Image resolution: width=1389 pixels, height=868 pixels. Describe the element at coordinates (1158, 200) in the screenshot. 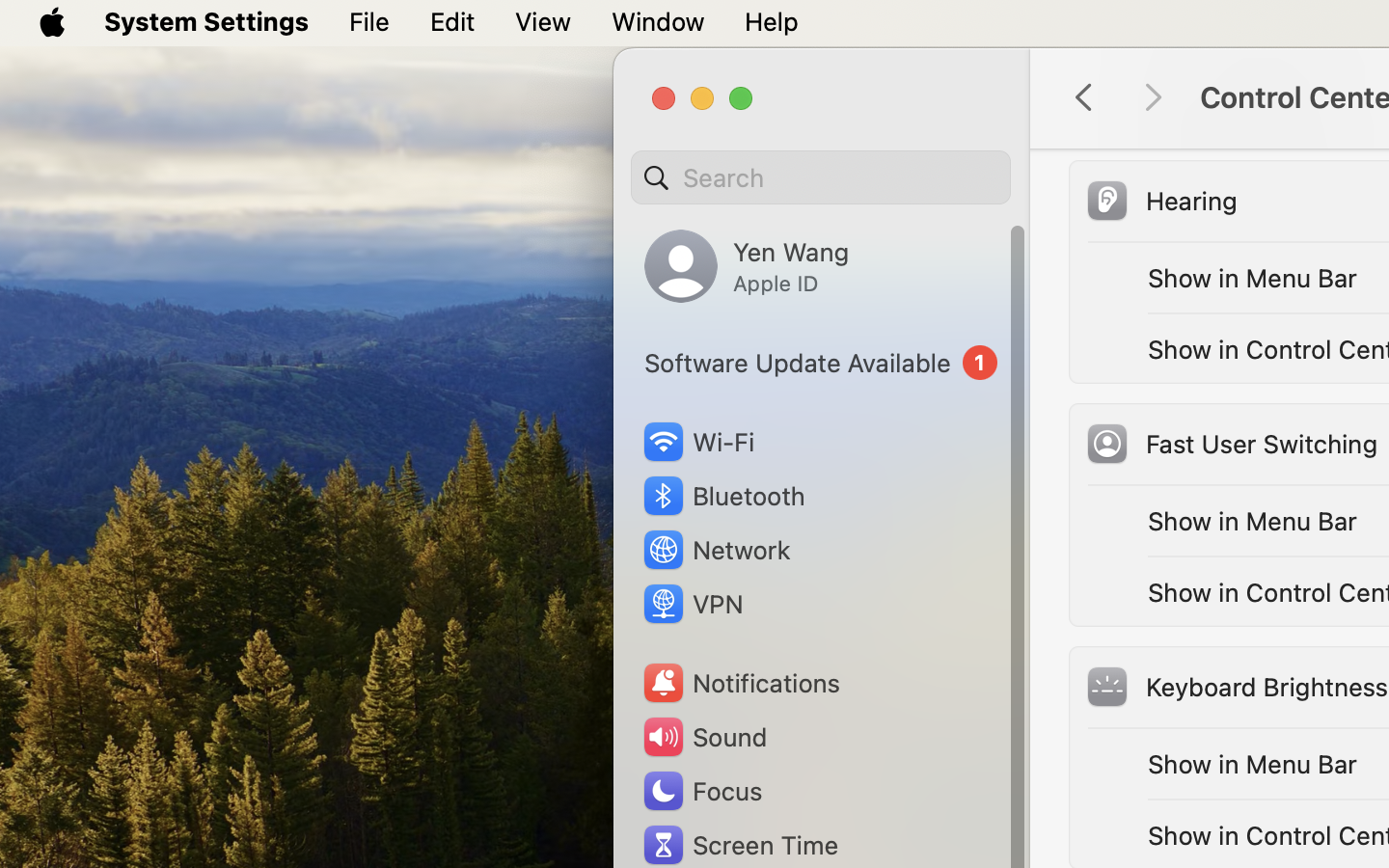

I see `'Hearing'` at that location.